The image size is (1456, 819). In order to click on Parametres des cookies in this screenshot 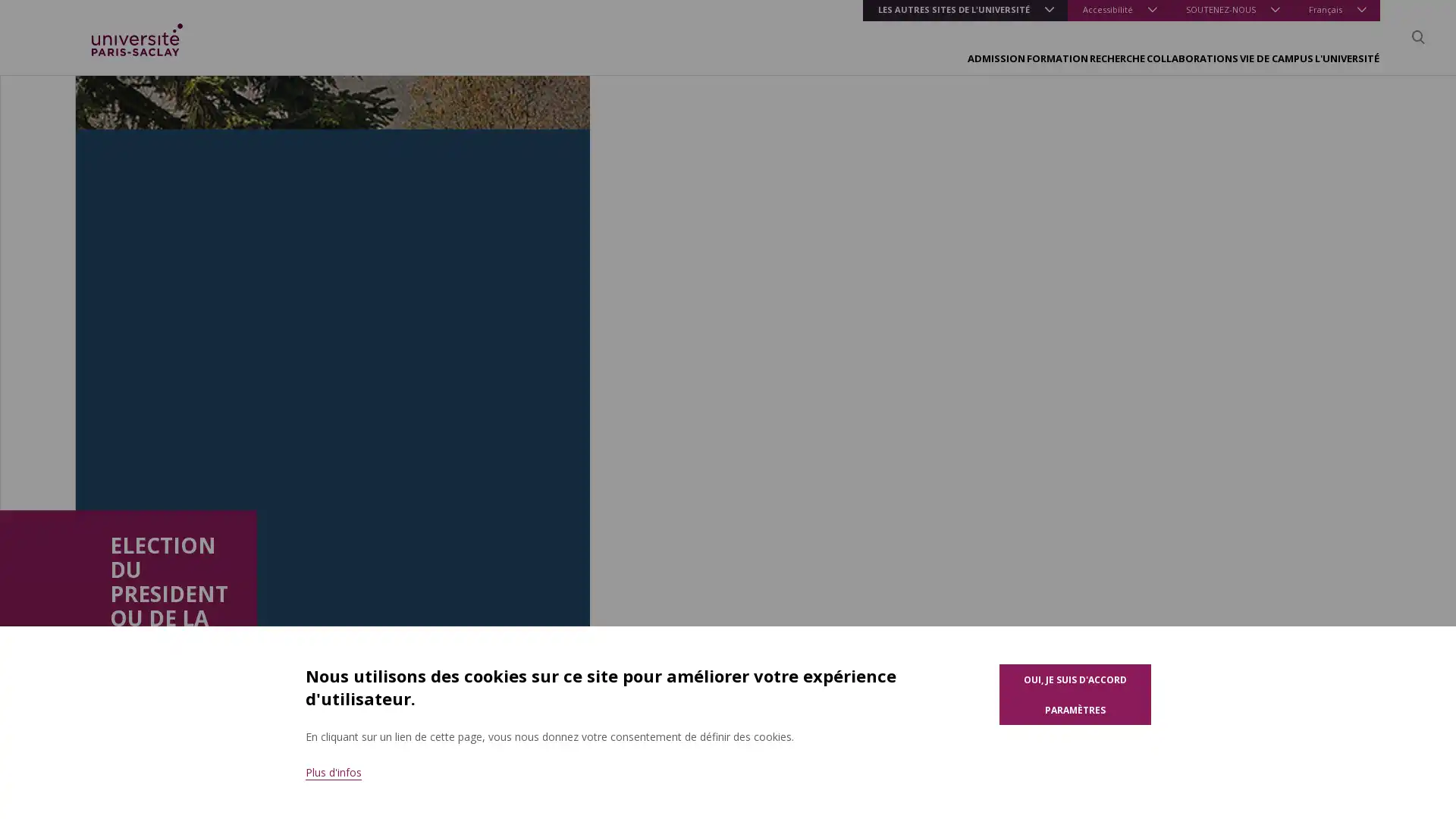, I will do `click(1073, 720)`.